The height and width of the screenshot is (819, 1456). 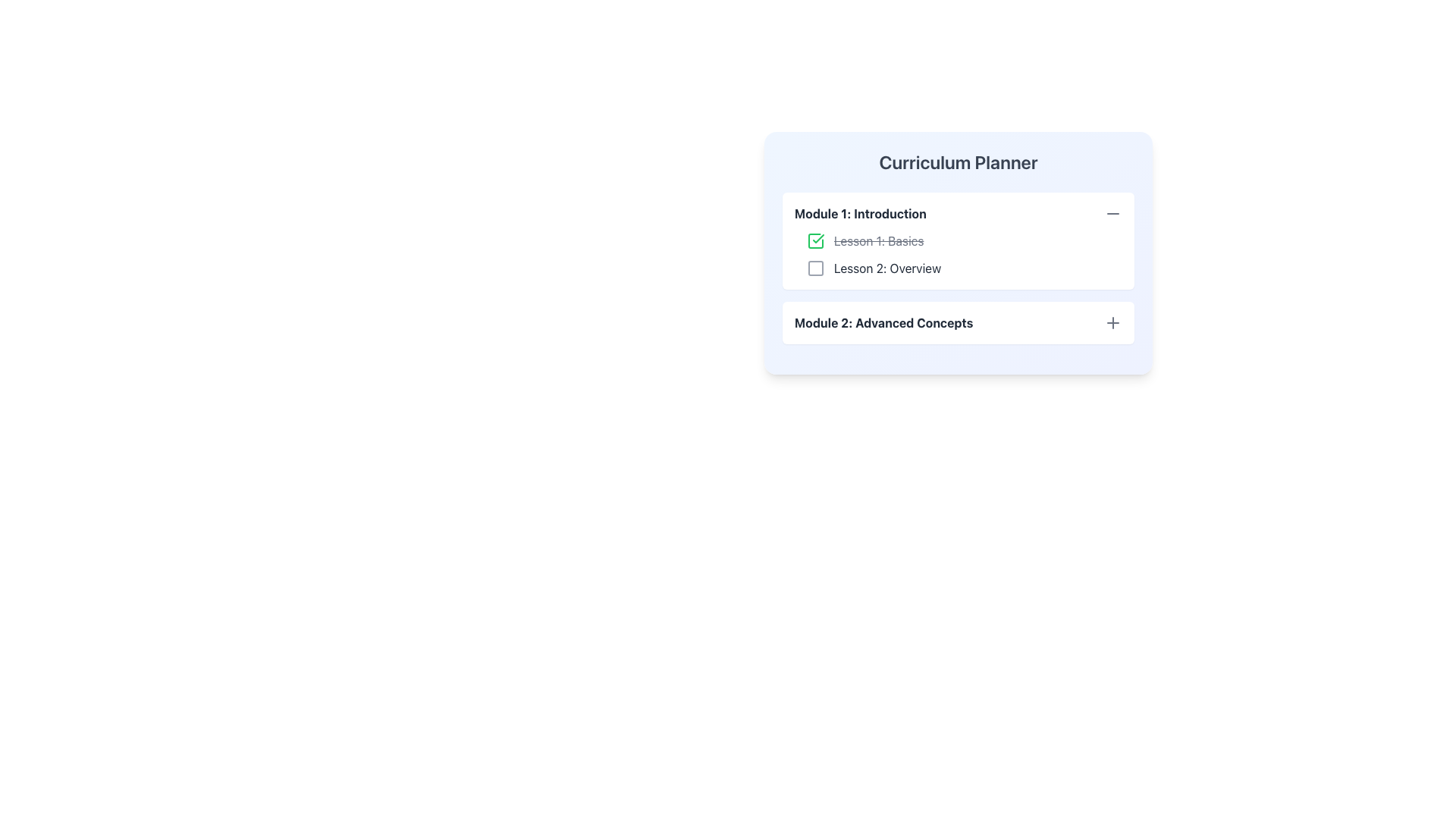 I want to click on the lesson entries in the vertical list within 'Module 1: Introduction', so click(x=957, y=253).